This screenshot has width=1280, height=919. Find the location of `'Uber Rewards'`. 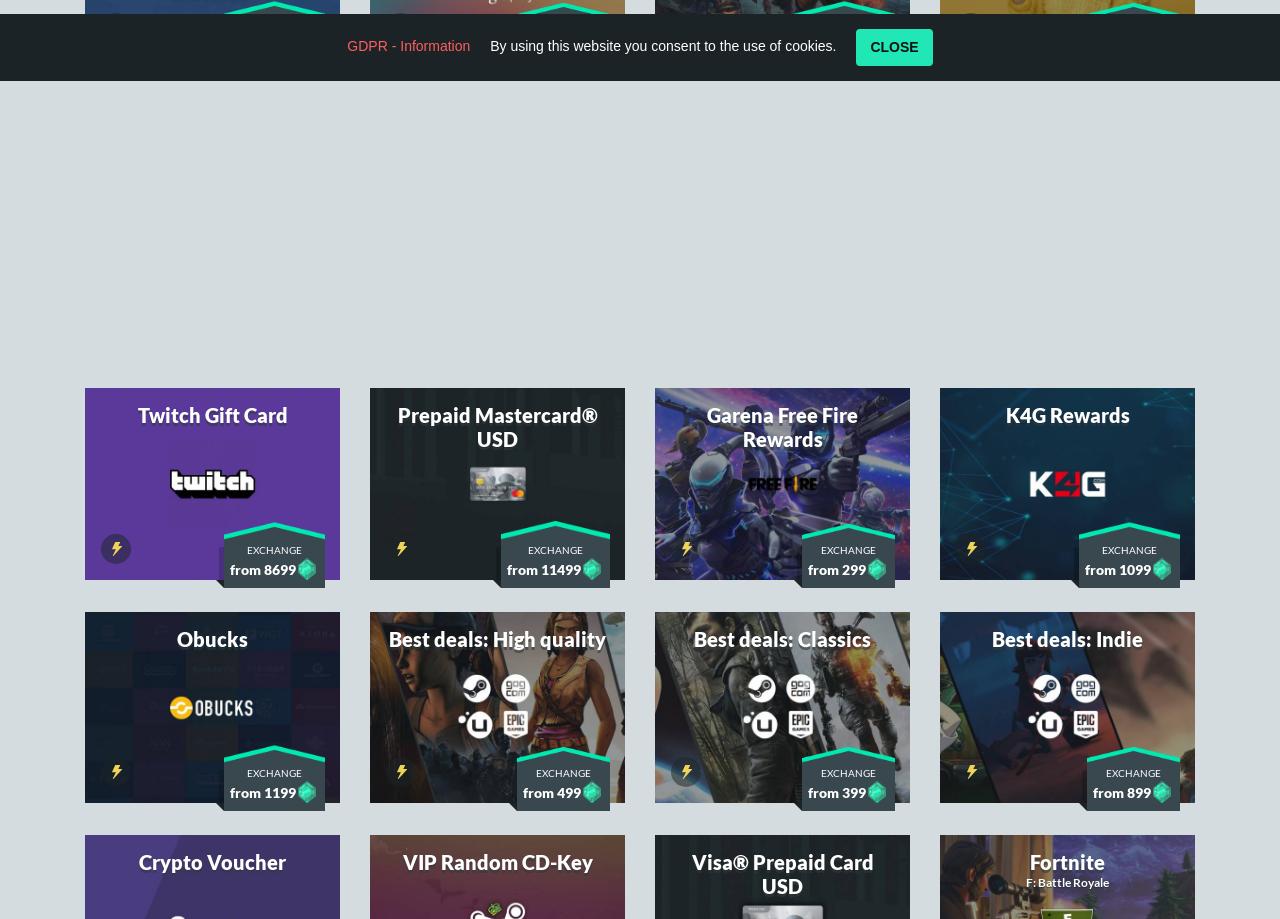

'Uber Rewards' is located at coordinates (1066, 853).